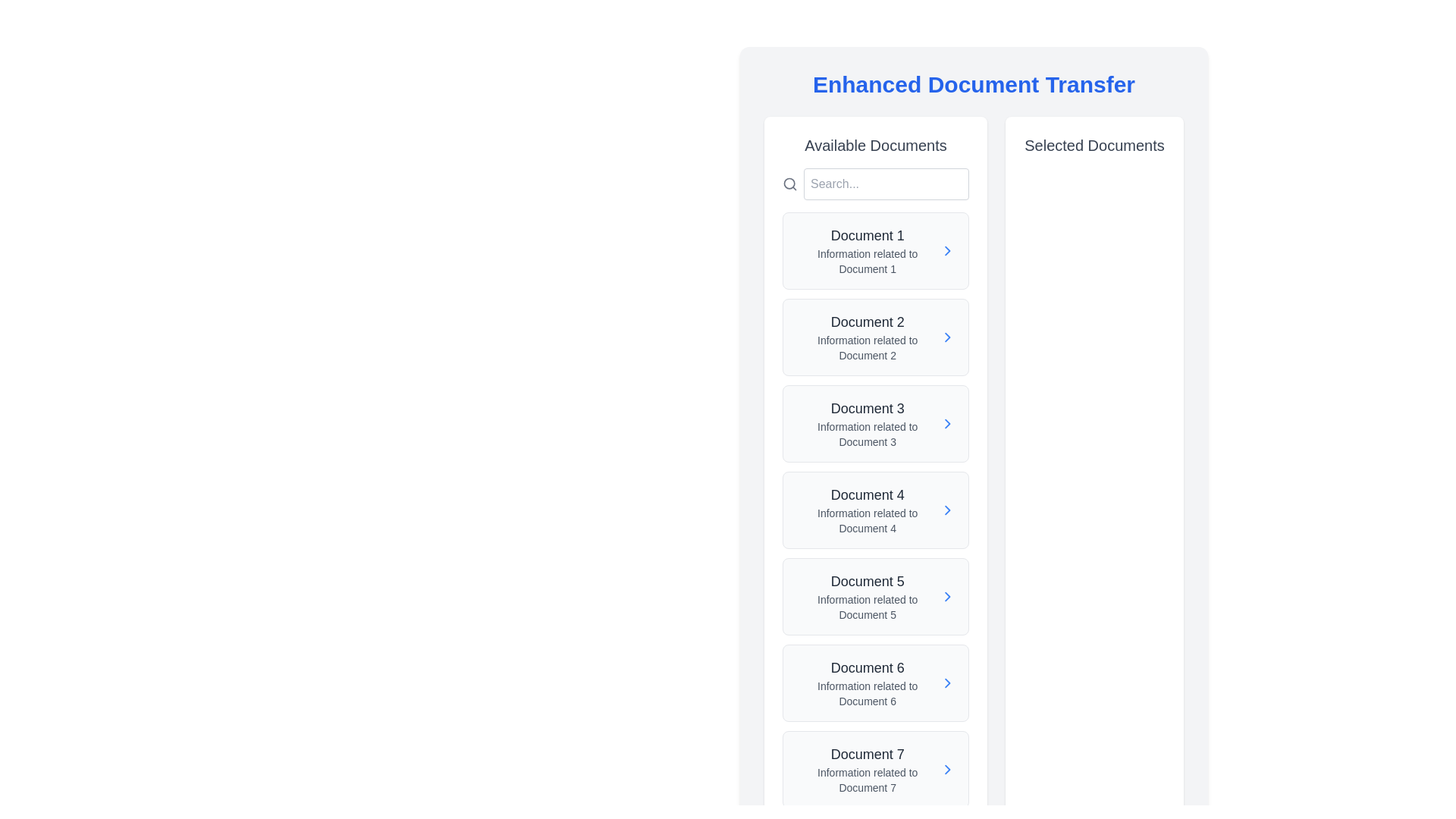  Describe the element at coordinates (867, 683) in the screenshot. I see `on the text block representing 'Document 6' in the 'Available Documents' list` at that location.